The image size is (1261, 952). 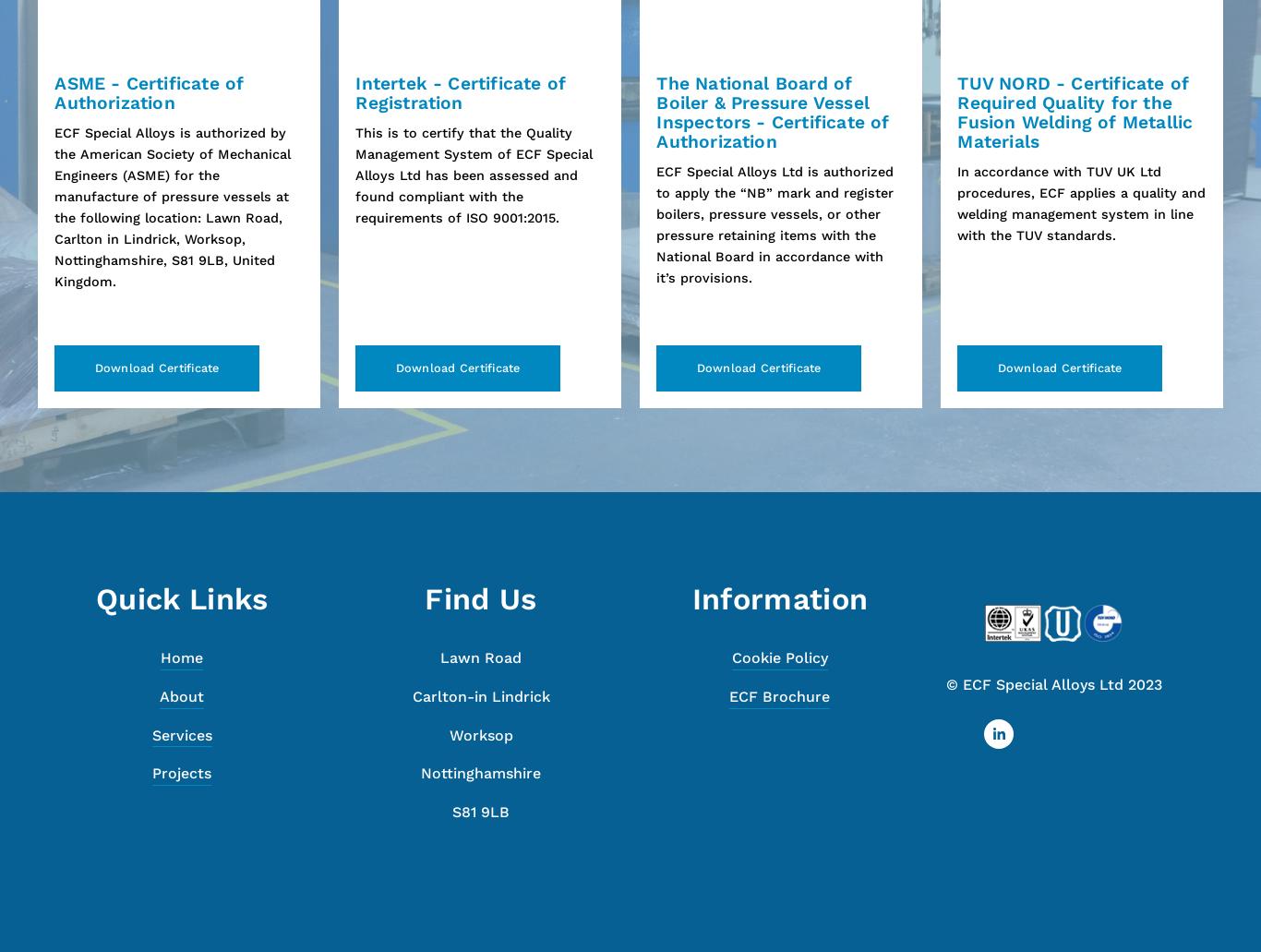 What do you see at coordinates (424, 599) in the screenshot?
I see `'Find Us'` at bounding box center [424, 599].